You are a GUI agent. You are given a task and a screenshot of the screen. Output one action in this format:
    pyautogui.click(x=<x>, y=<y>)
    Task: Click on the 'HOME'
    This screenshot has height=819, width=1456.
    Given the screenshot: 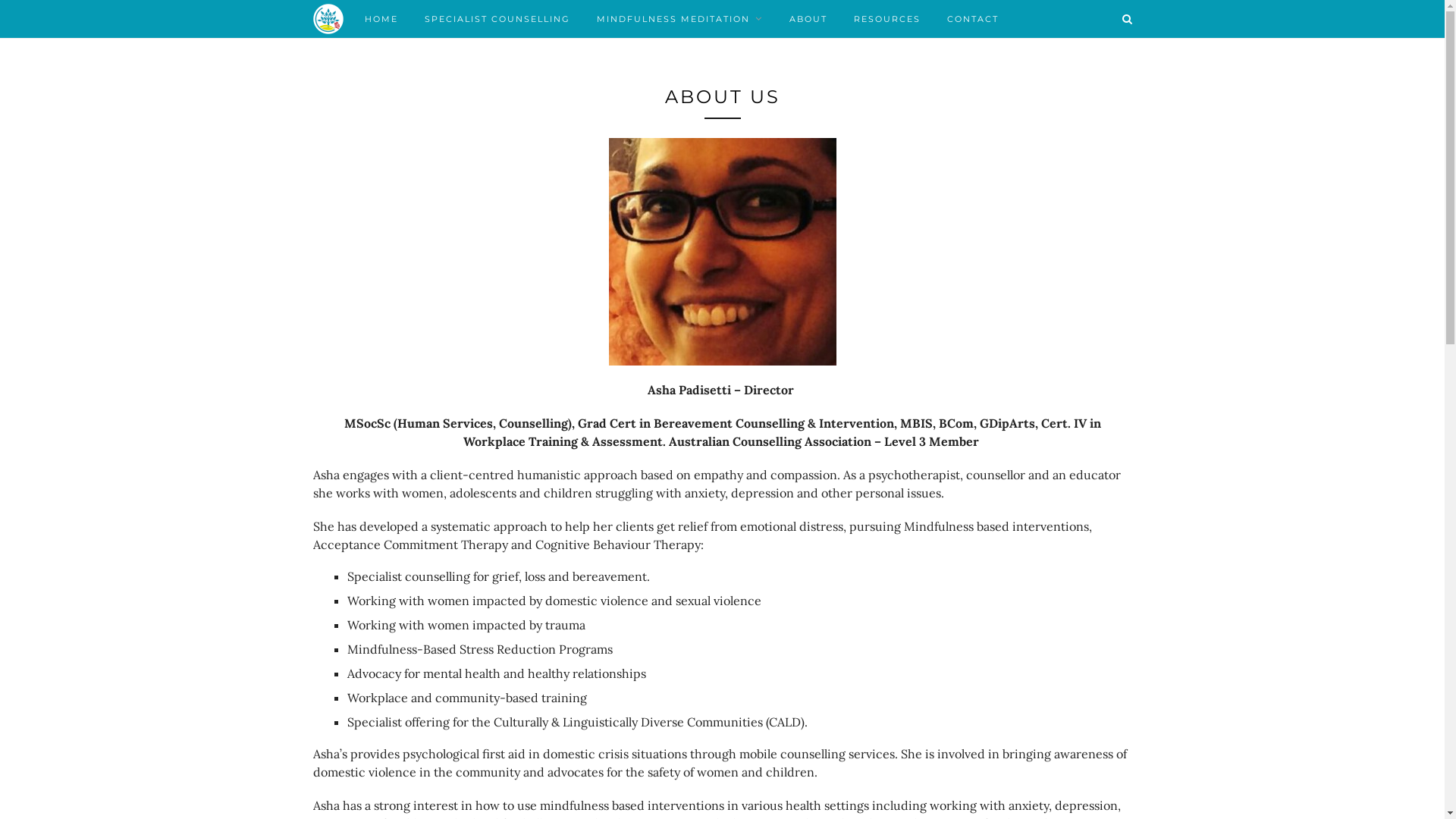 What is the action you would take?
    pyautogui.click(x=381, y=18)
    